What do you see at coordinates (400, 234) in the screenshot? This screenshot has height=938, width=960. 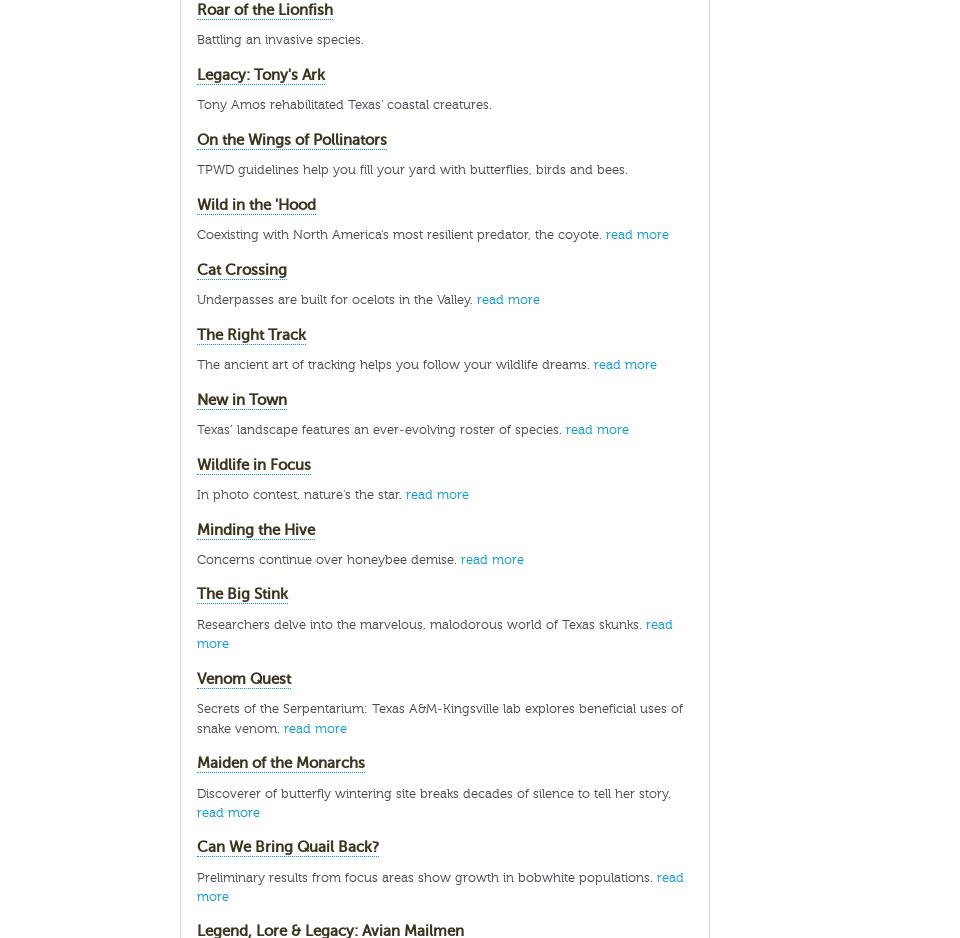 I see `'Coexisting with North America's most resilient predator, the coyote.'` at bounding box center [400, 234].